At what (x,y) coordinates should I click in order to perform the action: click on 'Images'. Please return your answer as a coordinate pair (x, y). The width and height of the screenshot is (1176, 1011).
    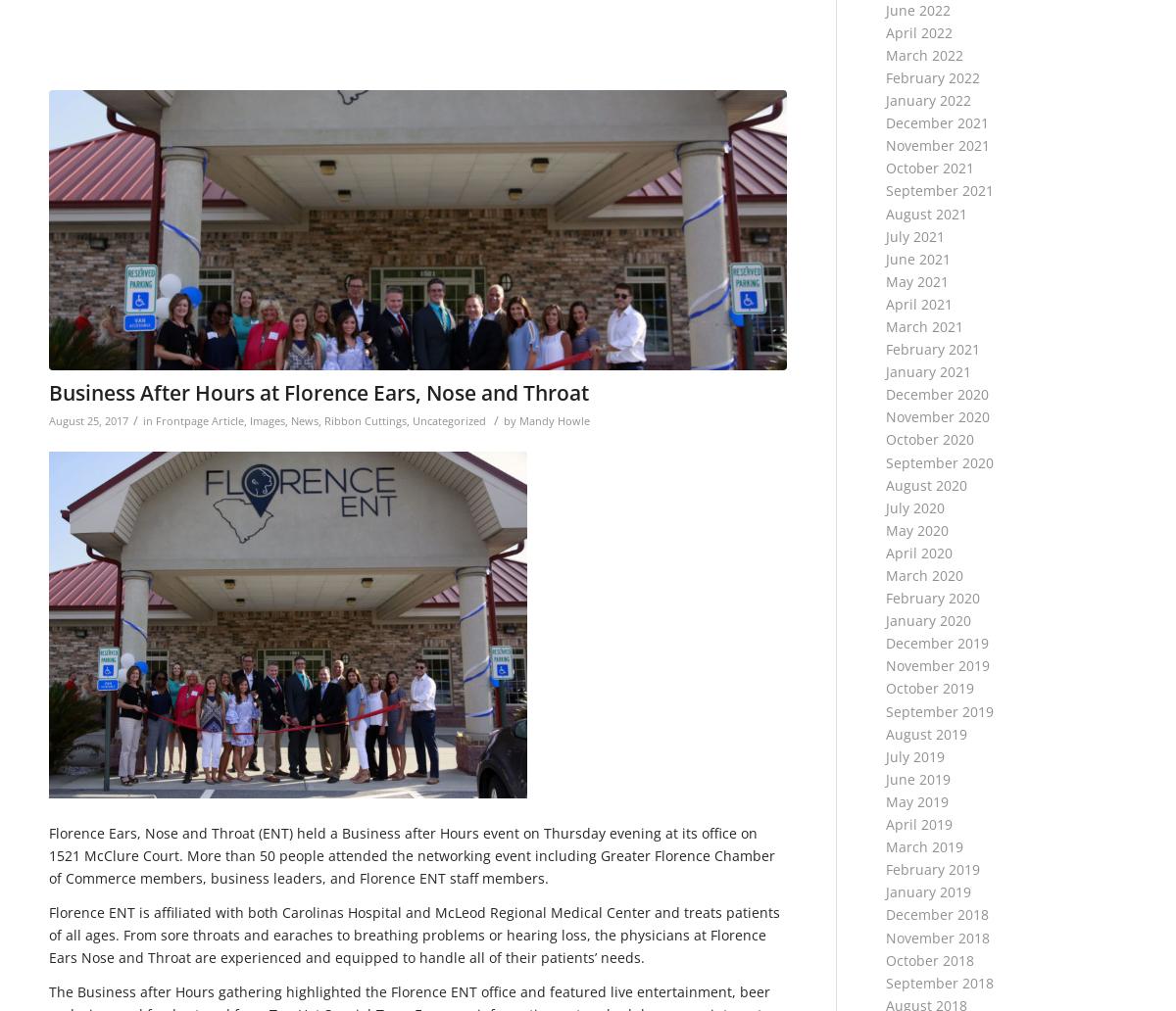
    Looking at the image, I should click on (267, 419).